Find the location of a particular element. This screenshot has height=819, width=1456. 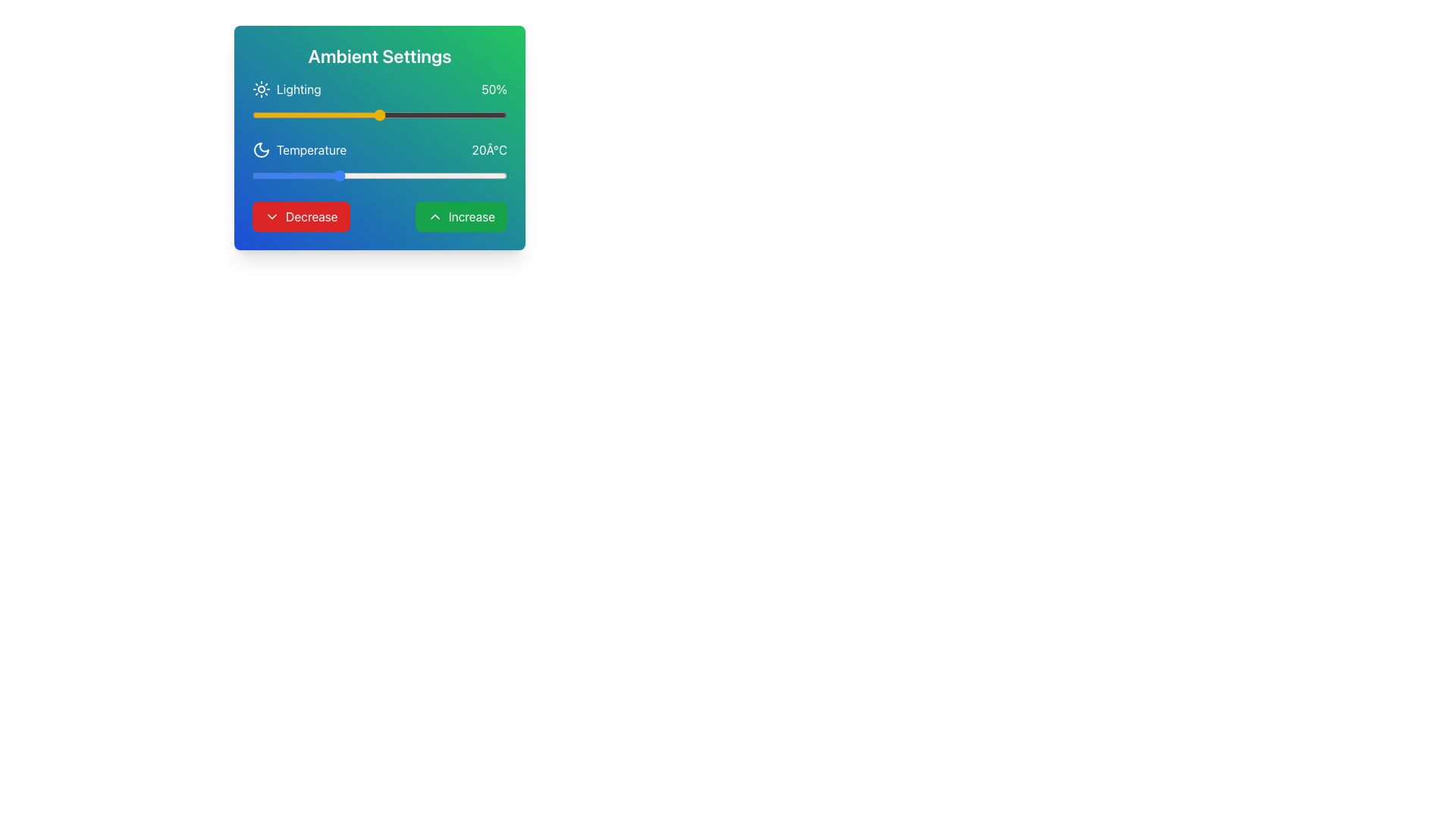

the icon representing the lighting settings feature located in the top-left section of the 'Ambient Settings' card, adjacent to the 'Lighting' label is located at coordinates (262, 89).